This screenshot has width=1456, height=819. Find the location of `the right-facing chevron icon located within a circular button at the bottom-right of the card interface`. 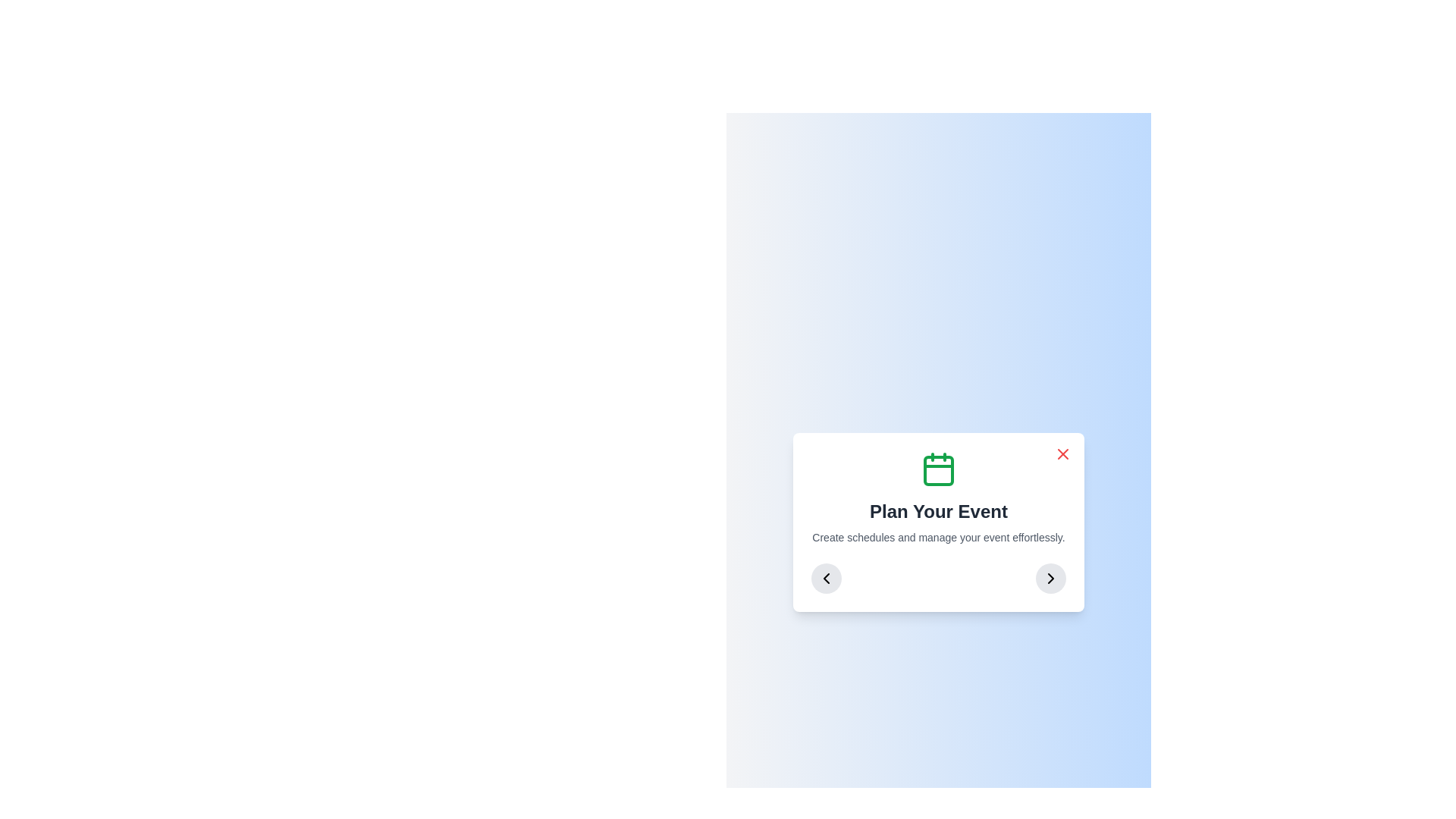

the right-facing chevron icon located within a circular button at the bottom-right of the card interface is located at coordinates (1050, 579).